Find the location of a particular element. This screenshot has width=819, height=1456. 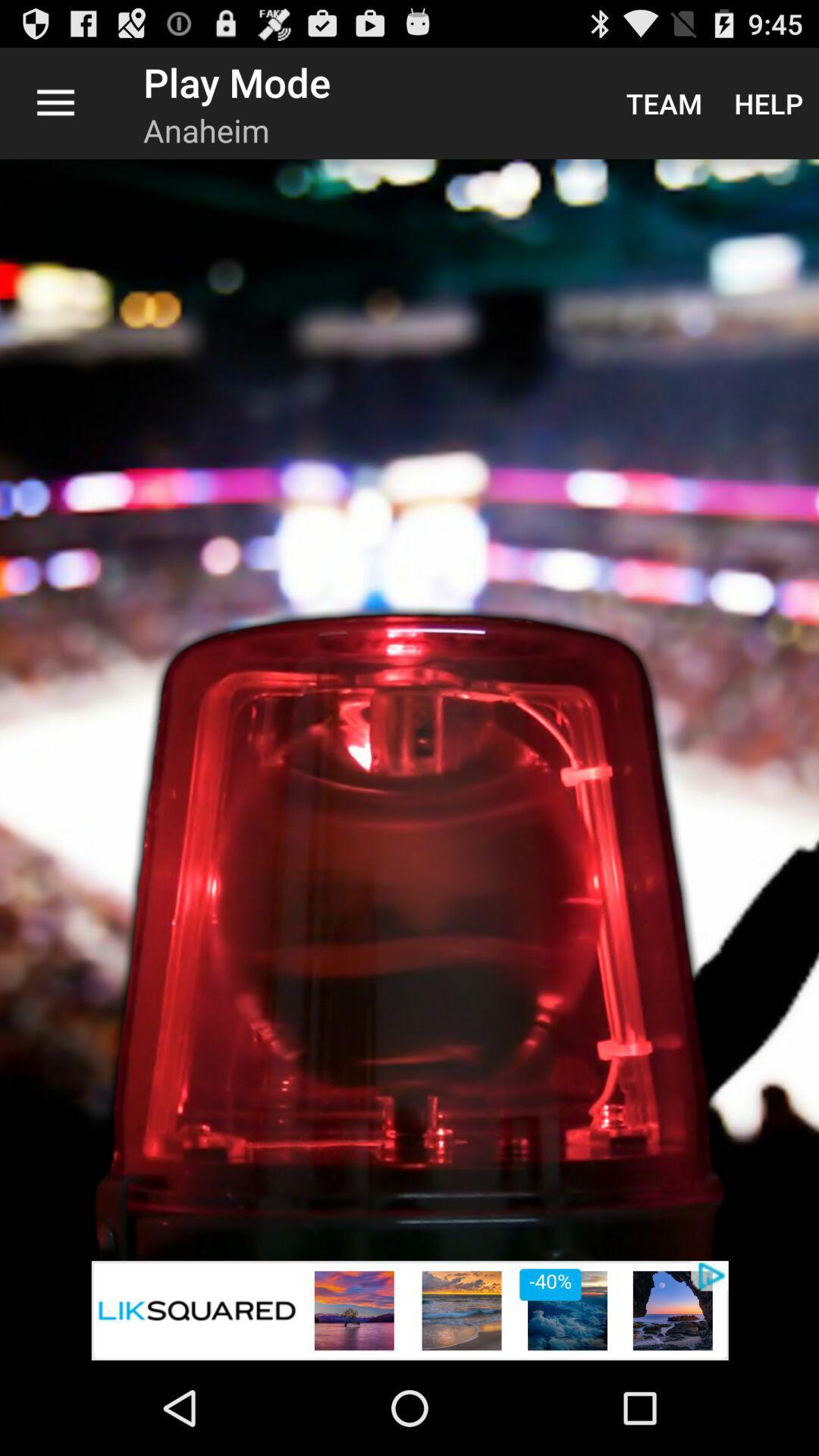

item to the right of the team is located at coordinates (768, 102).